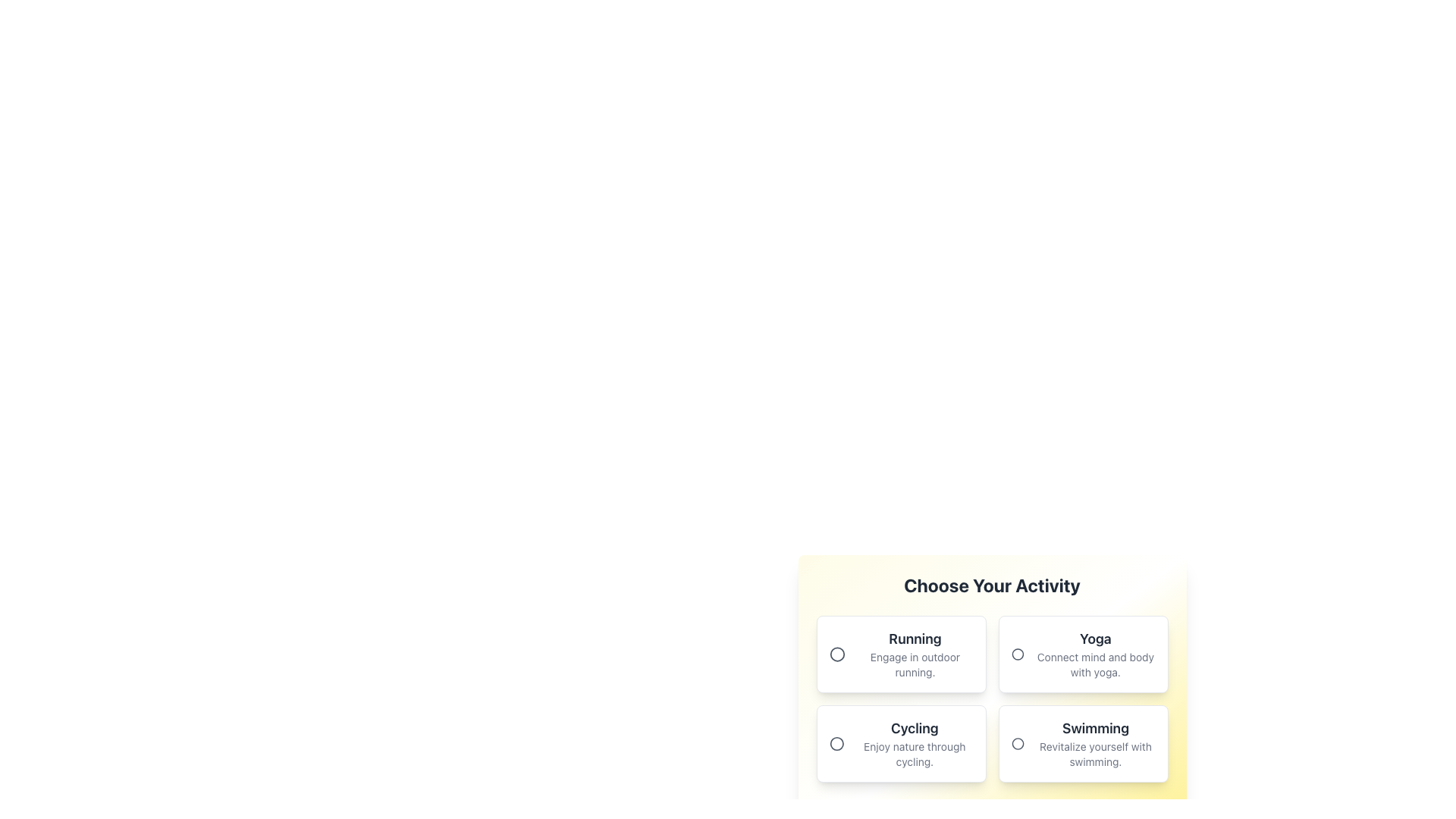 The height and width of the screenshot is (819, 1456). I want to click on the circular gray icon representing Yoga, so click(1017, 654).